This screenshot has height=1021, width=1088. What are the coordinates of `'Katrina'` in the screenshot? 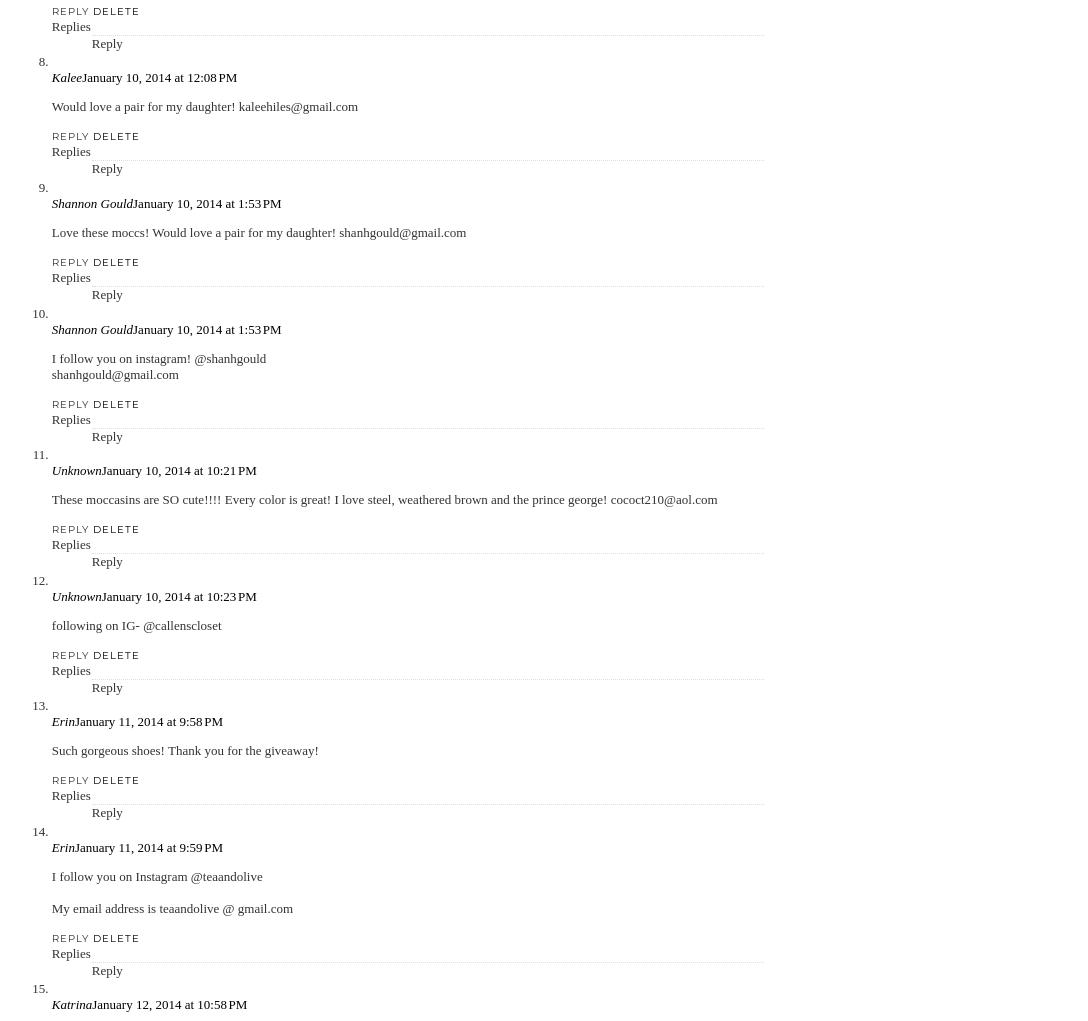 It's located at (71, 1004).